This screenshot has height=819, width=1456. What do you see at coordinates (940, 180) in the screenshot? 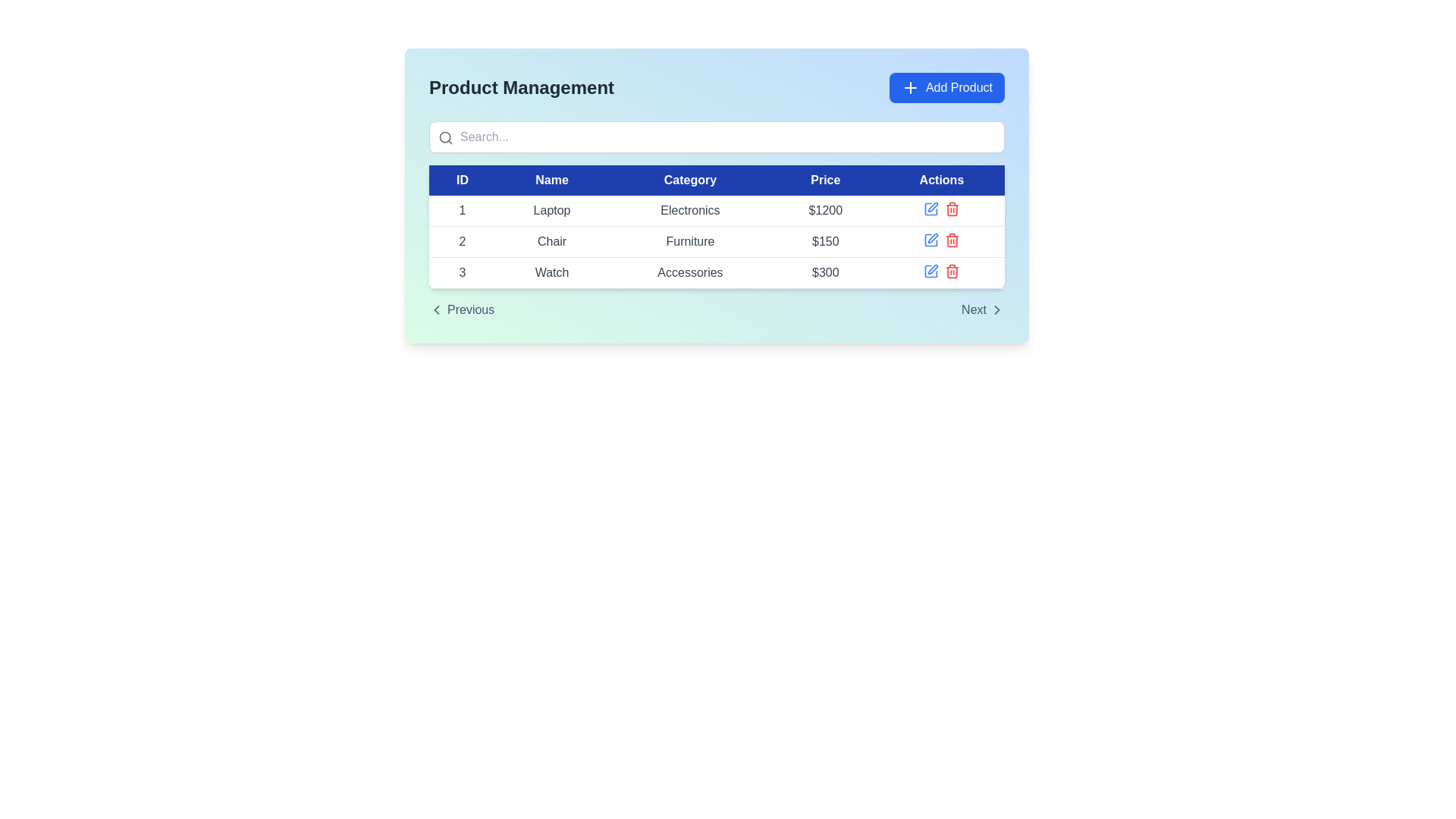
I see `the text label displaying 'Actions', which is the last item in the header row of a table, styled with a dark blue background and white text` at bounding box center [940, 180].